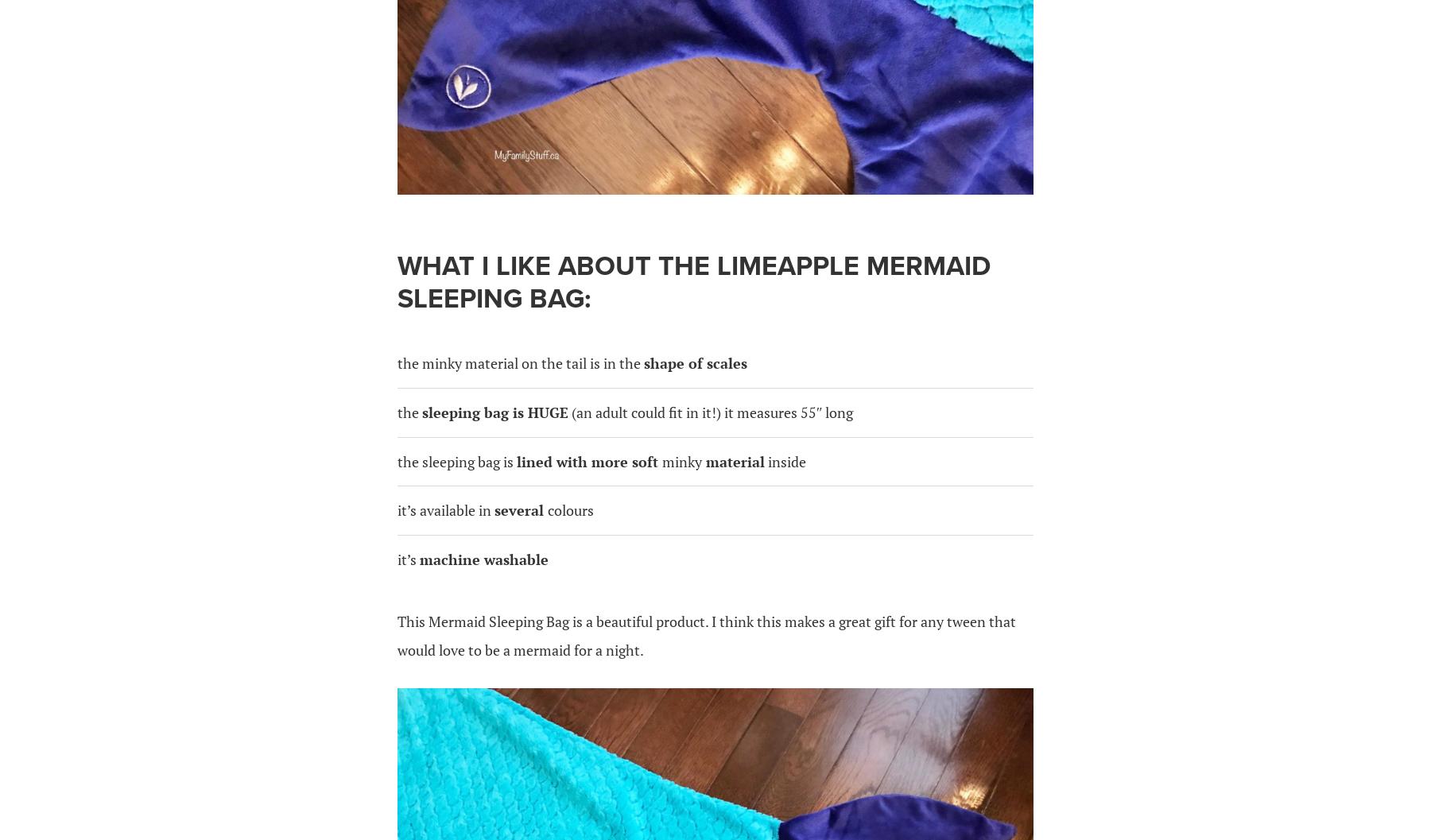 The image size is (1431, 840). Describe the element at coordinates (707, 636) in the screenshot. I see `'This Mermaid Sleeping Bag is a beautiful product. I think this makes a great gift for any tween that would love to be a mermaid for a night.'` at that location.